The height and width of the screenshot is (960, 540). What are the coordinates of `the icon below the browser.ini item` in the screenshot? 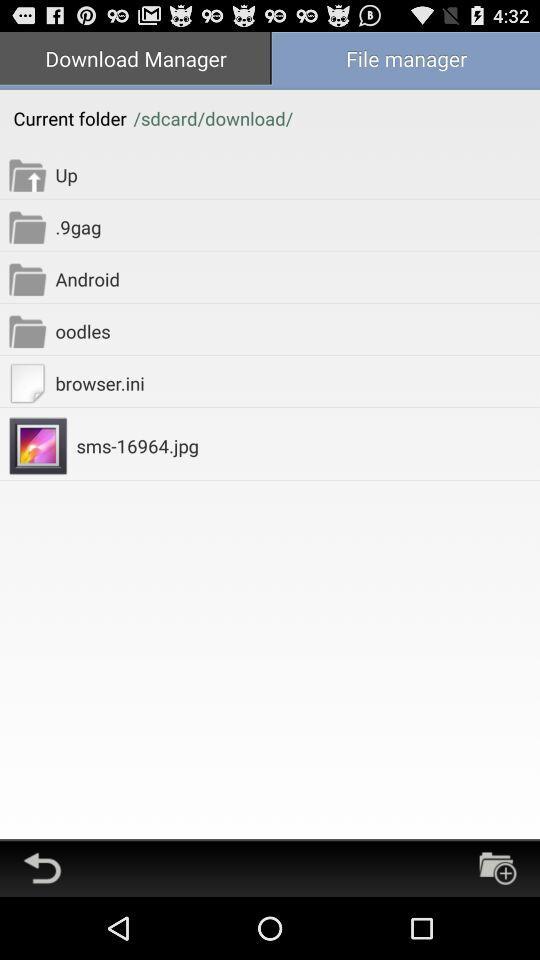 It's located at (308, 445).